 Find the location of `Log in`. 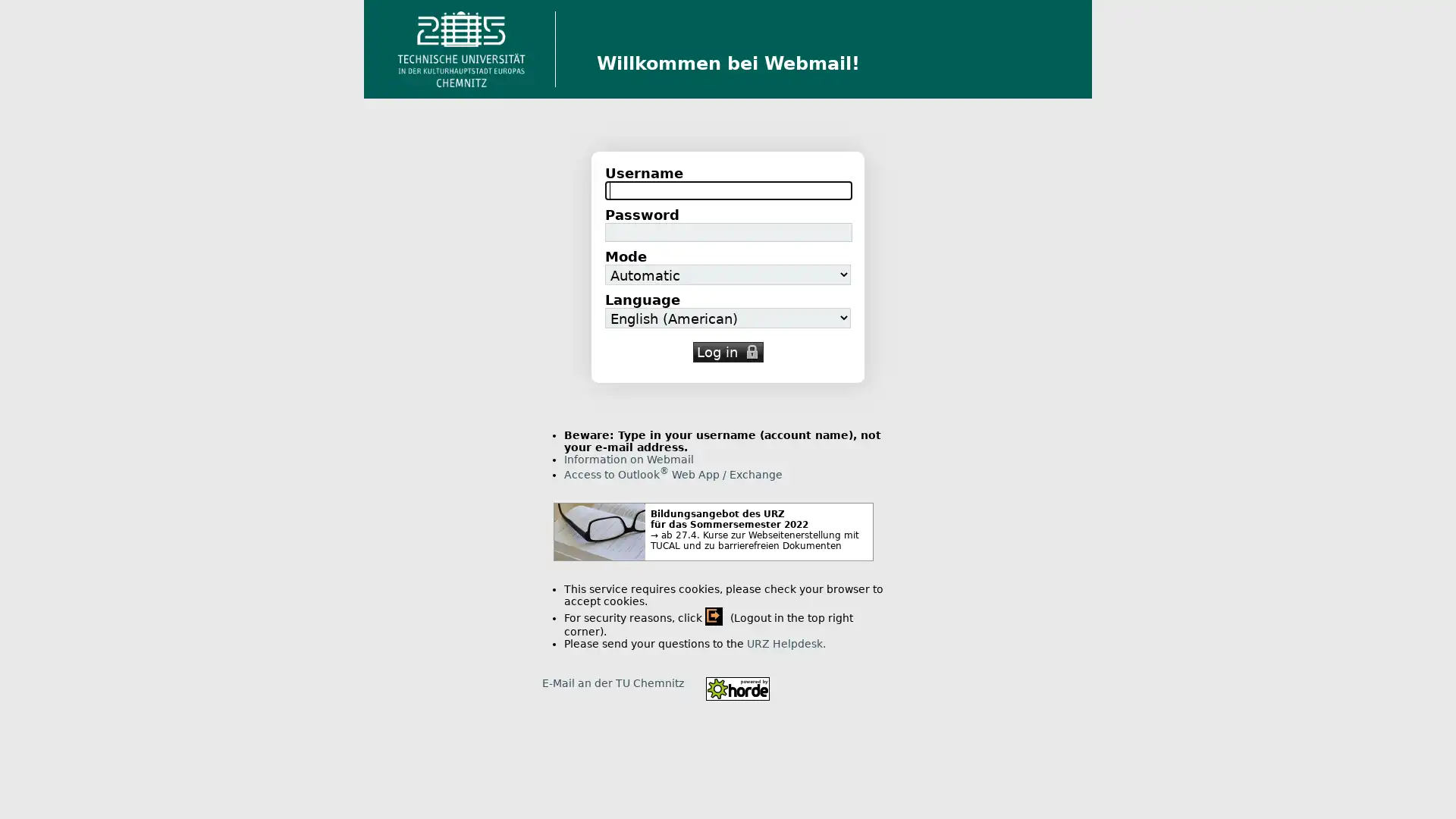

Log in is located at coordinates (726, 352).